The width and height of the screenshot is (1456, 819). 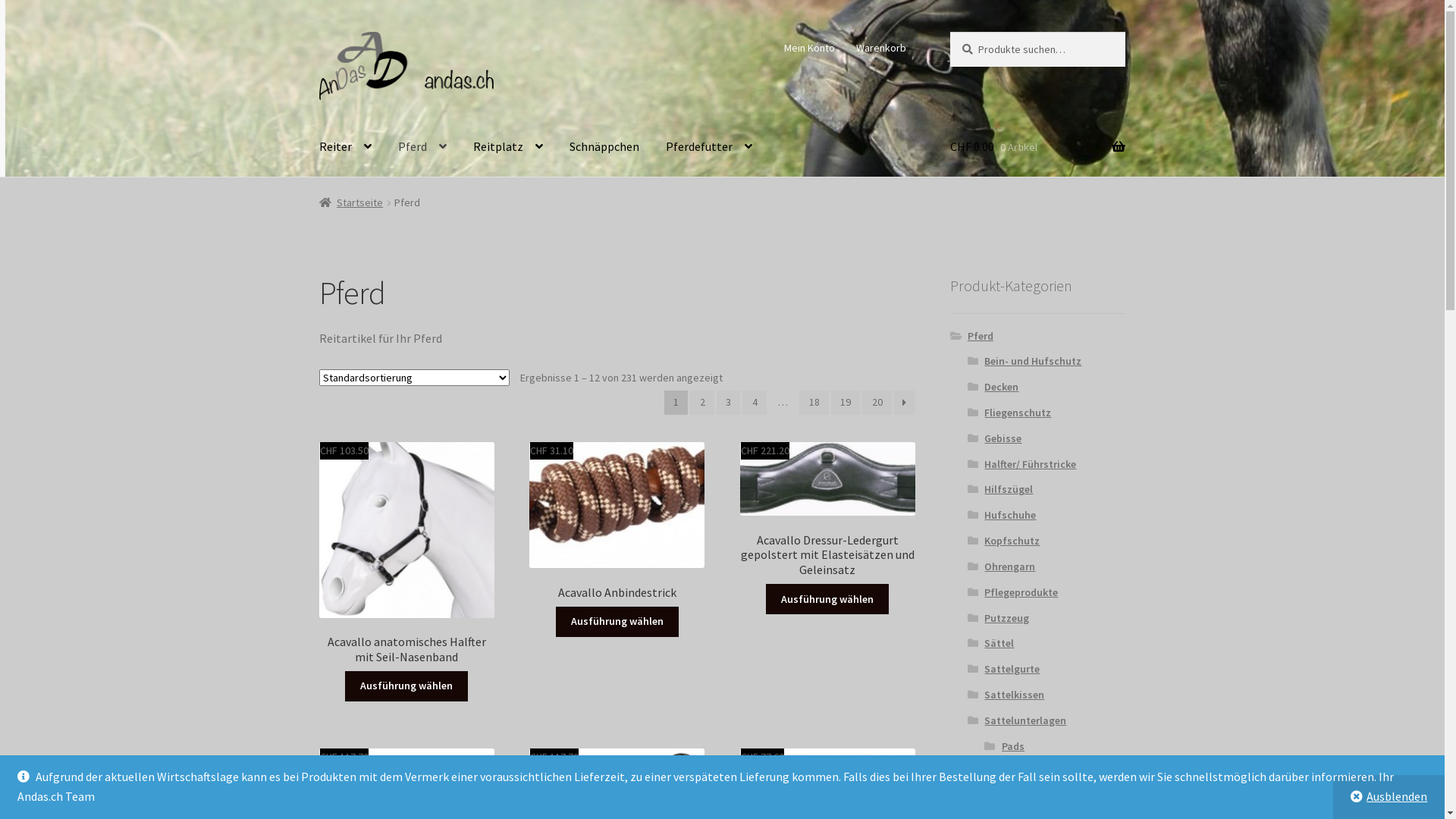 What do you see at coordinates (1012, 668) in the screenshot?
I see `'Sattelgurte'` at bounding box center [1012, 668].